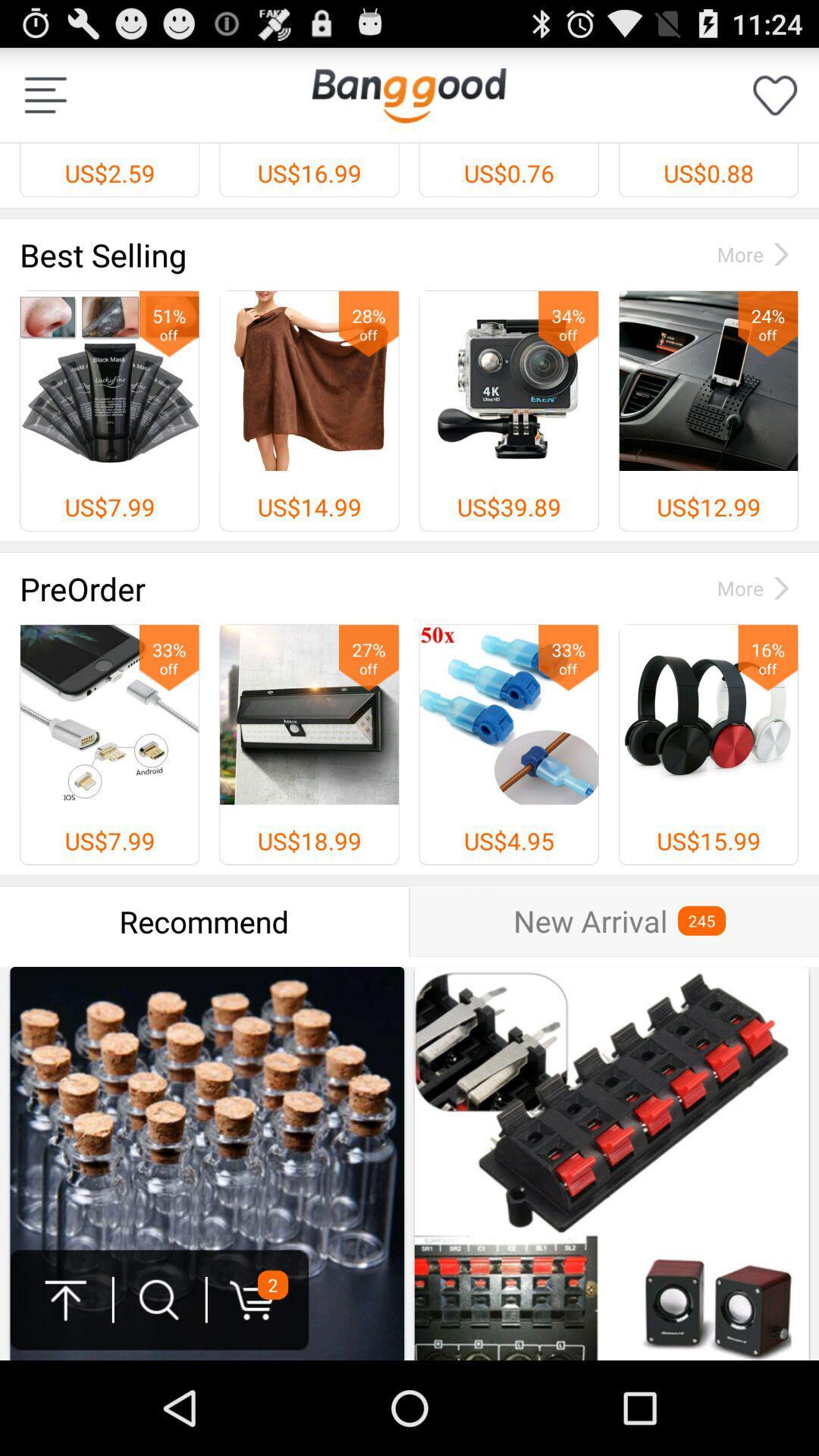 This screenshot has width=819, height=1456. I want to click on like option, so click(775, 94).